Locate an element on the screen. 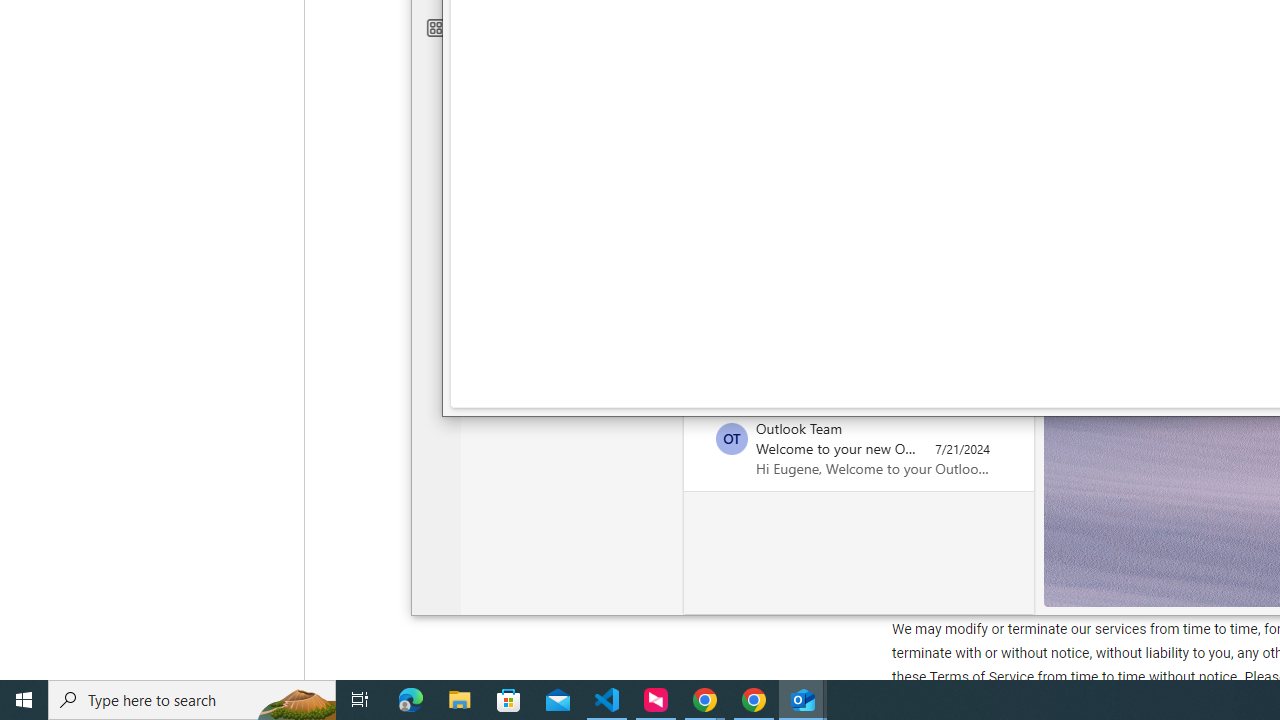  'Google Chrome - 1 running window' is located at coordinates (753, 698).